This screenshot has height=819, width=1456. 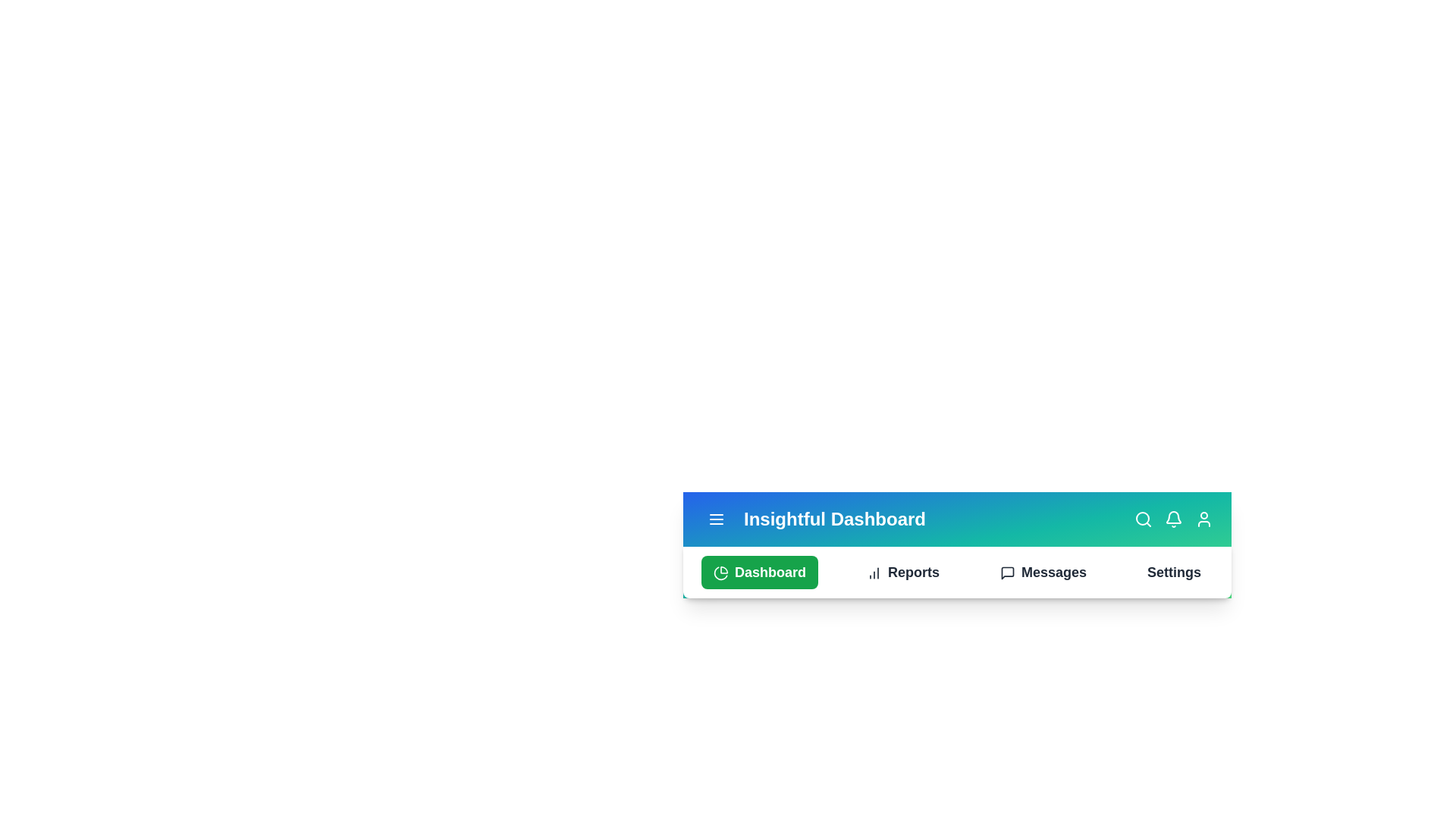 I want to click on the Search icon to interact with it, so click(x=1143, y=519).